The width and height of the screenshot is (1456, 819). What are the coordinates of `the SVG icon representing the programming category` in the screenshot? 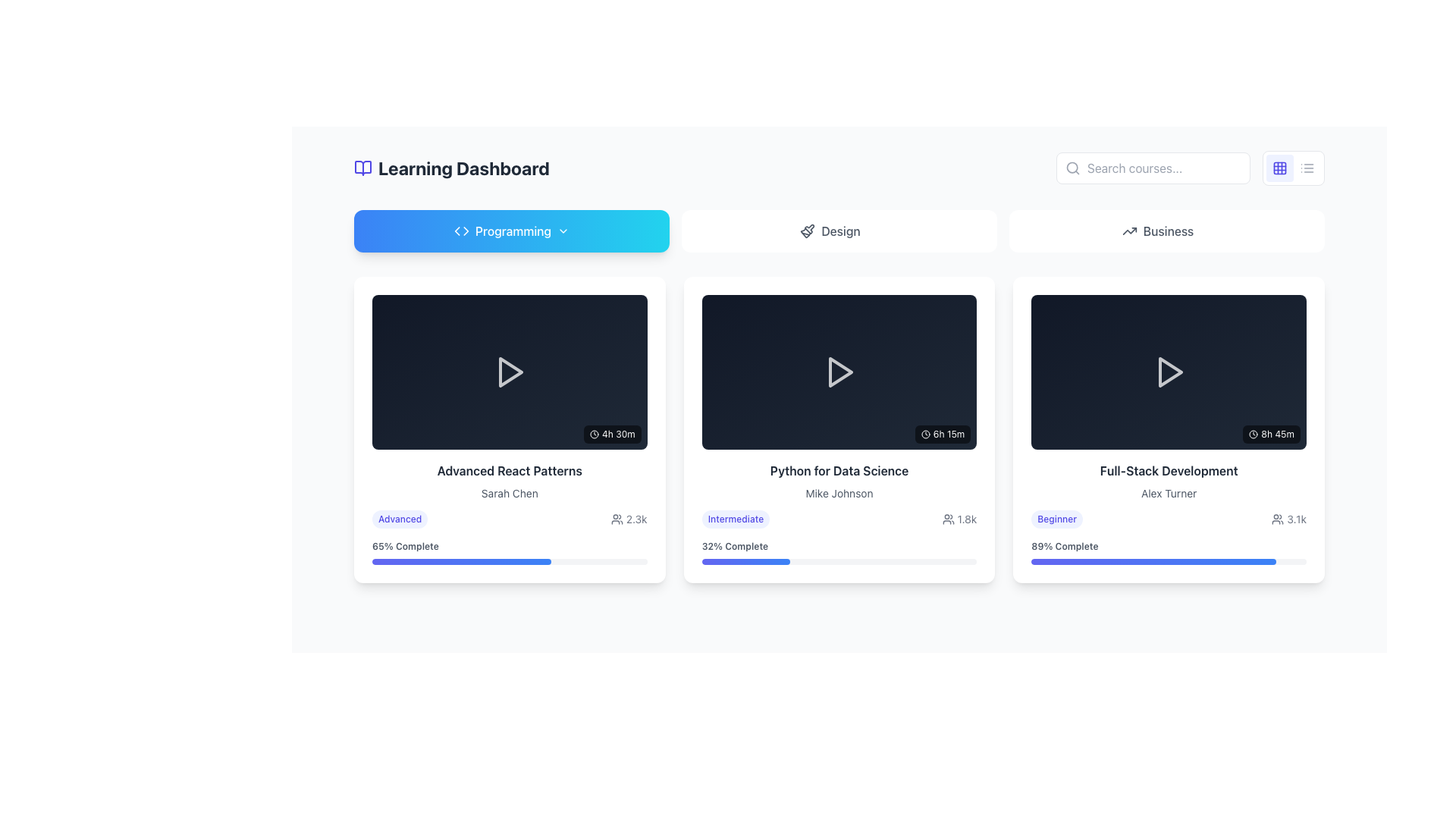 It's located at (460, 231).